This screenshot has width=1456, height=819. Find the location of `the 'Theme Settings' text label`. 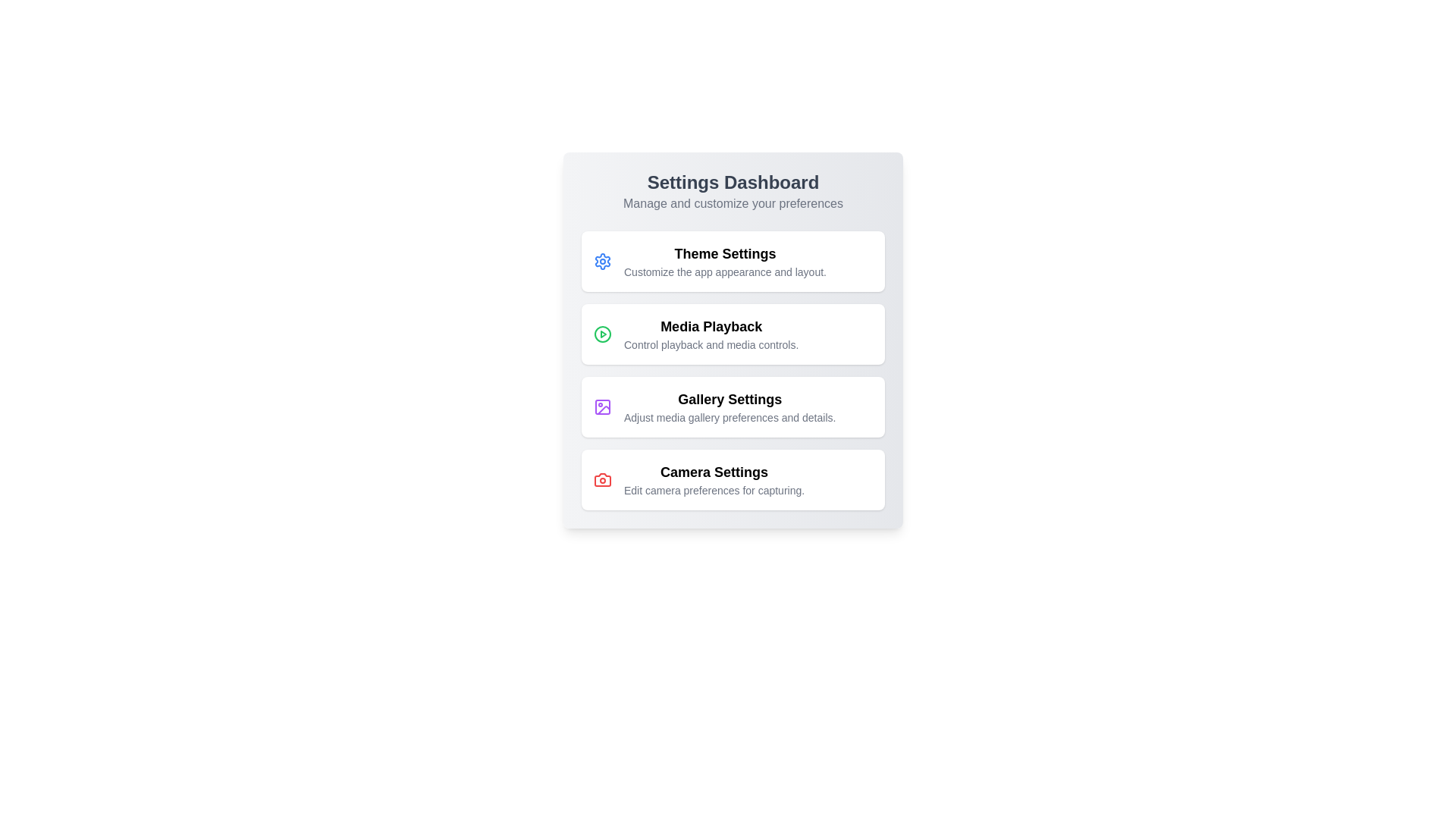

the 'Theme Settings' text label is located at coordinates (724, 253).